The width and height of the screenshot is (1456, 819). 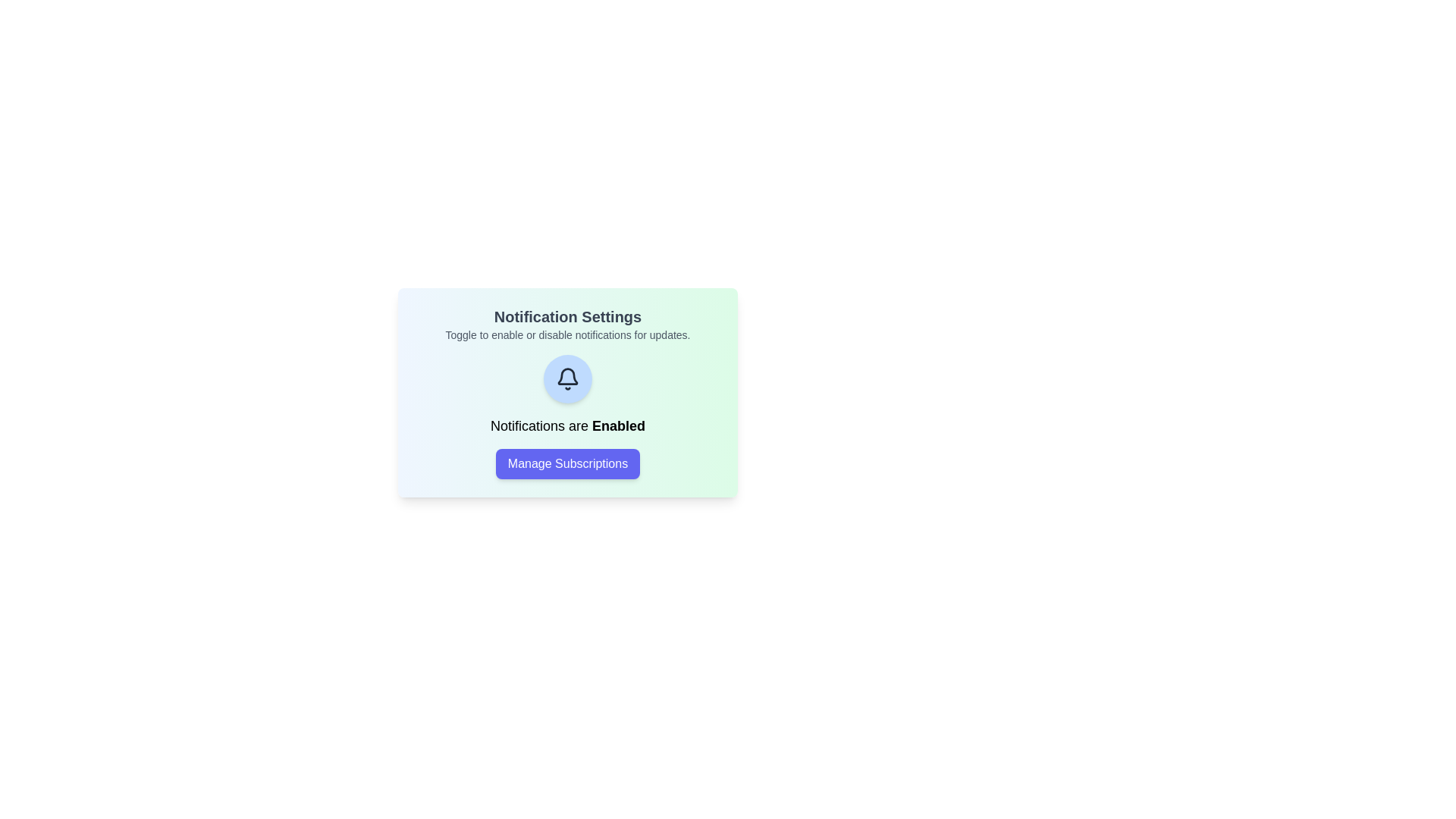 I want to click on the bell icon to toggle the notification state, so click(x=566, y=378).